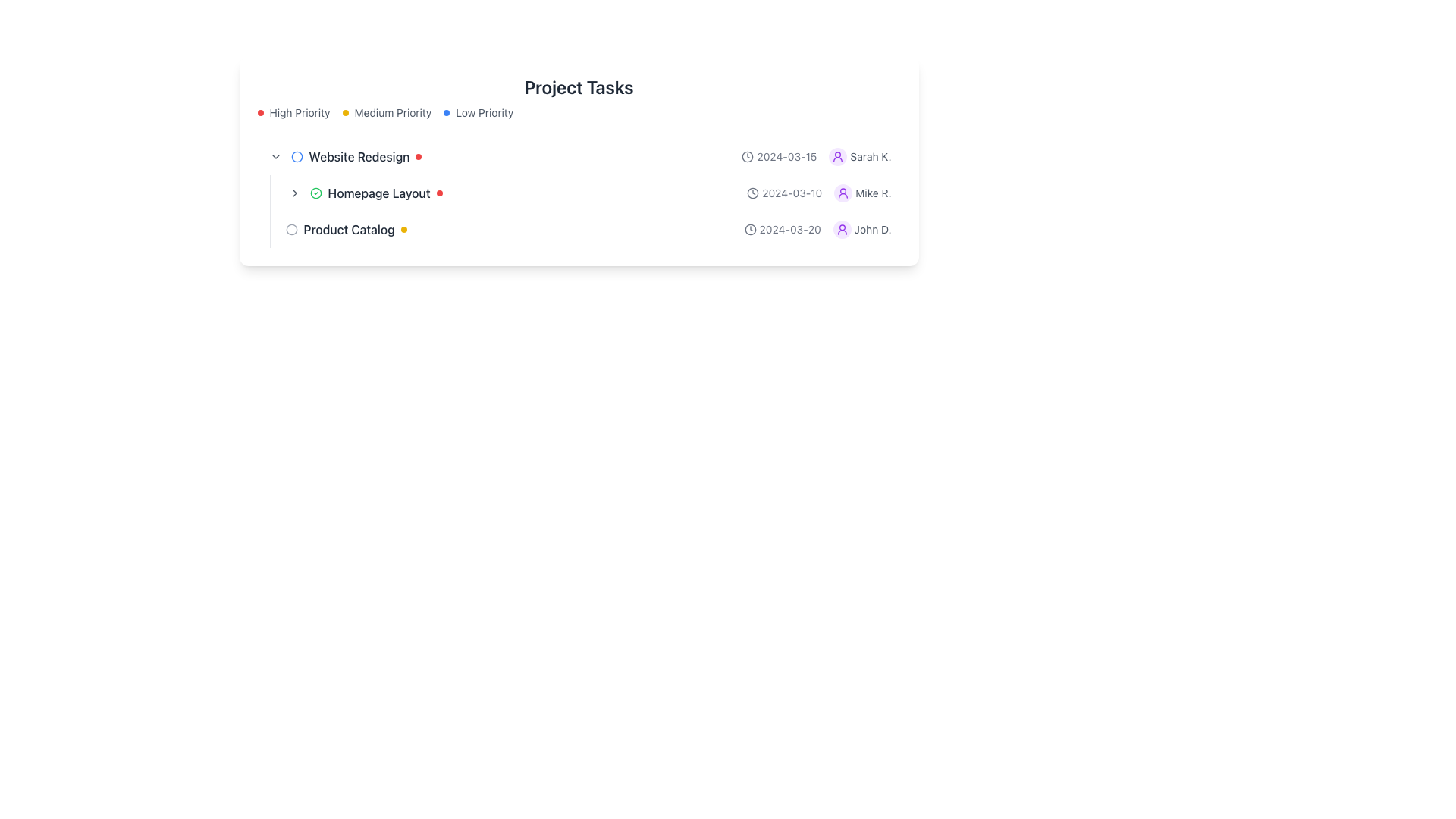 The image size is (1456, 819). What do you see at coordinates (753, 192) in the screenshot?
I see `the clock icon, which features a minimalistic outline design with hands indicating time, located to the left of the date label '2024-03-10'` at bounding box center [753, 192].